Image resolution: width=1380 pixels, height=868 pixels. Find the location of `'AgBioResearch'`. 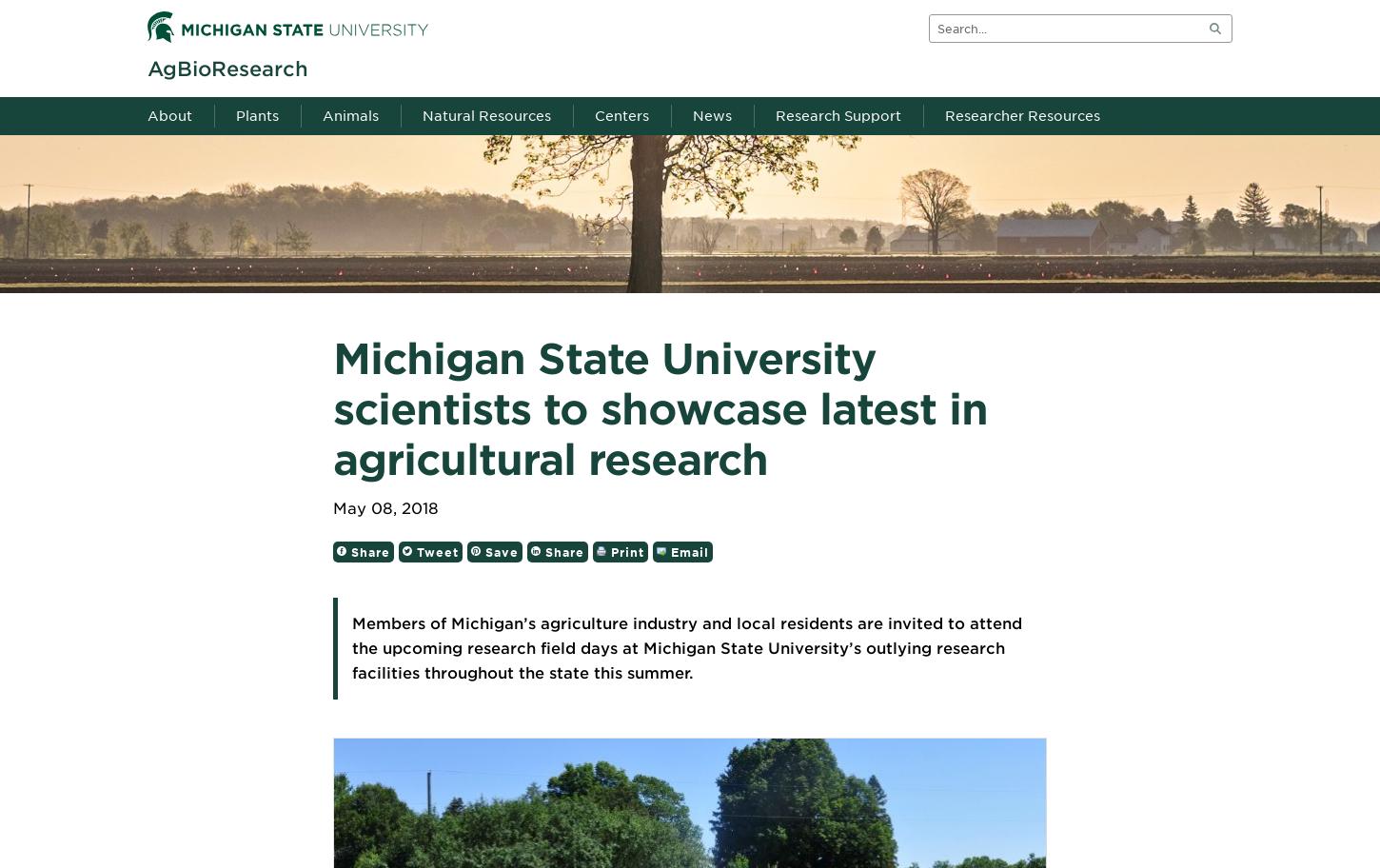

'AgBioResearch' is located at coordinates (227, 68).